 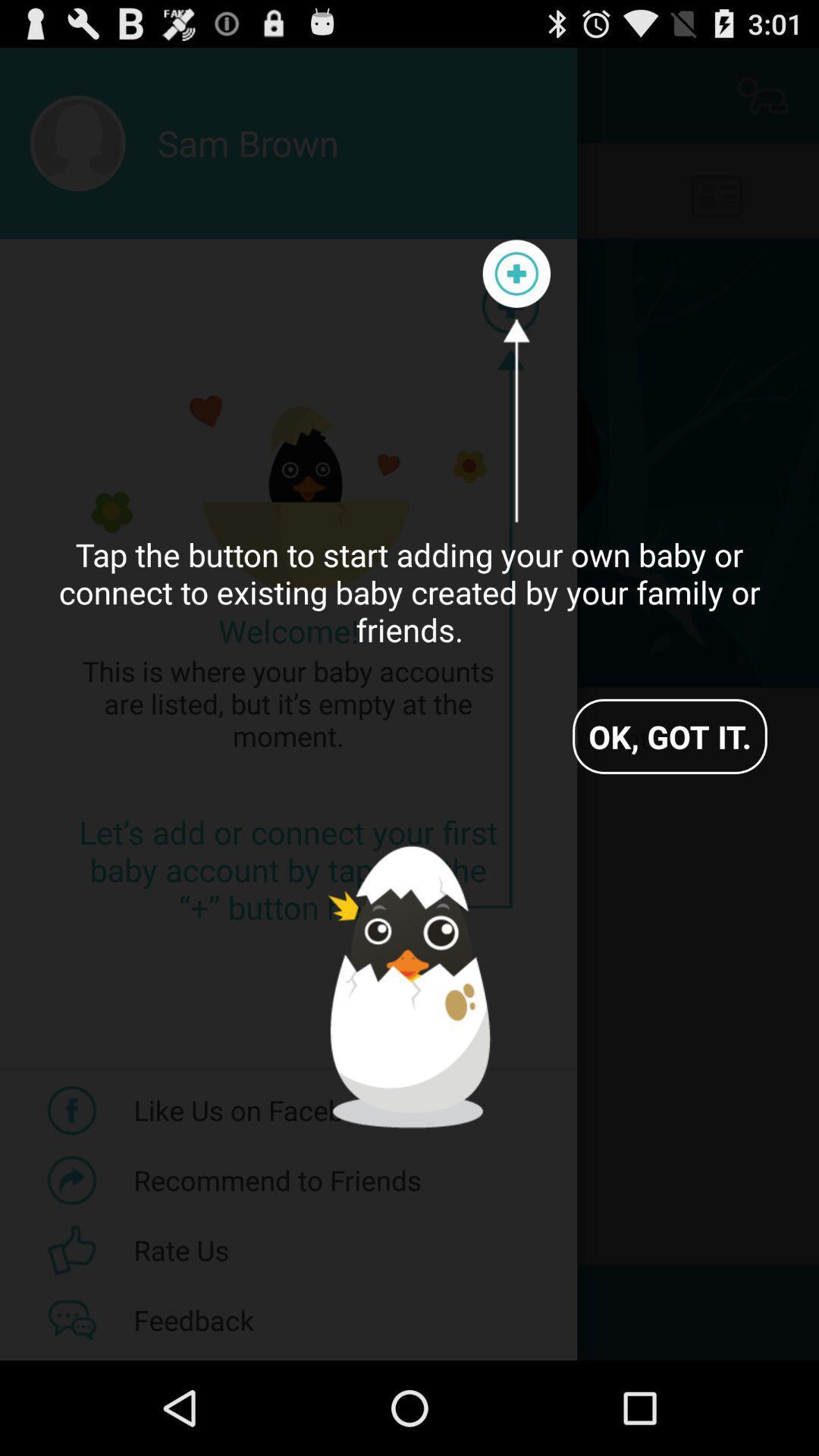 What do you see at coordinates (516, 293) in the screenshot?
I see `the add icon` at bounding box center [516, 293].